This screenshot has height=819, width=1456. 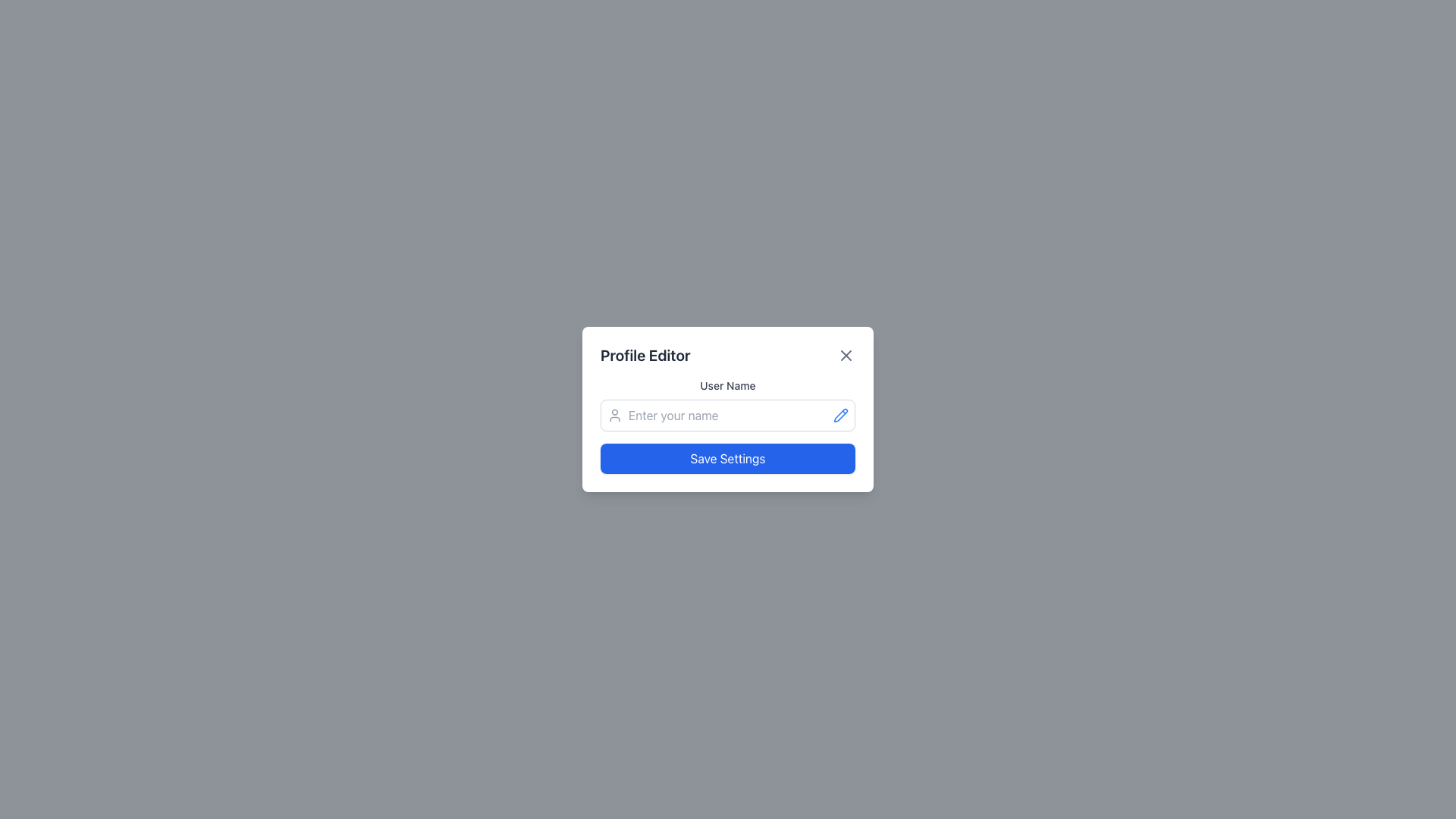 I want to click on the edit button positioned immediately to the right of the 'Enter your name' text input field in the Profile Editor dialog box, so click(x=839, y=415).